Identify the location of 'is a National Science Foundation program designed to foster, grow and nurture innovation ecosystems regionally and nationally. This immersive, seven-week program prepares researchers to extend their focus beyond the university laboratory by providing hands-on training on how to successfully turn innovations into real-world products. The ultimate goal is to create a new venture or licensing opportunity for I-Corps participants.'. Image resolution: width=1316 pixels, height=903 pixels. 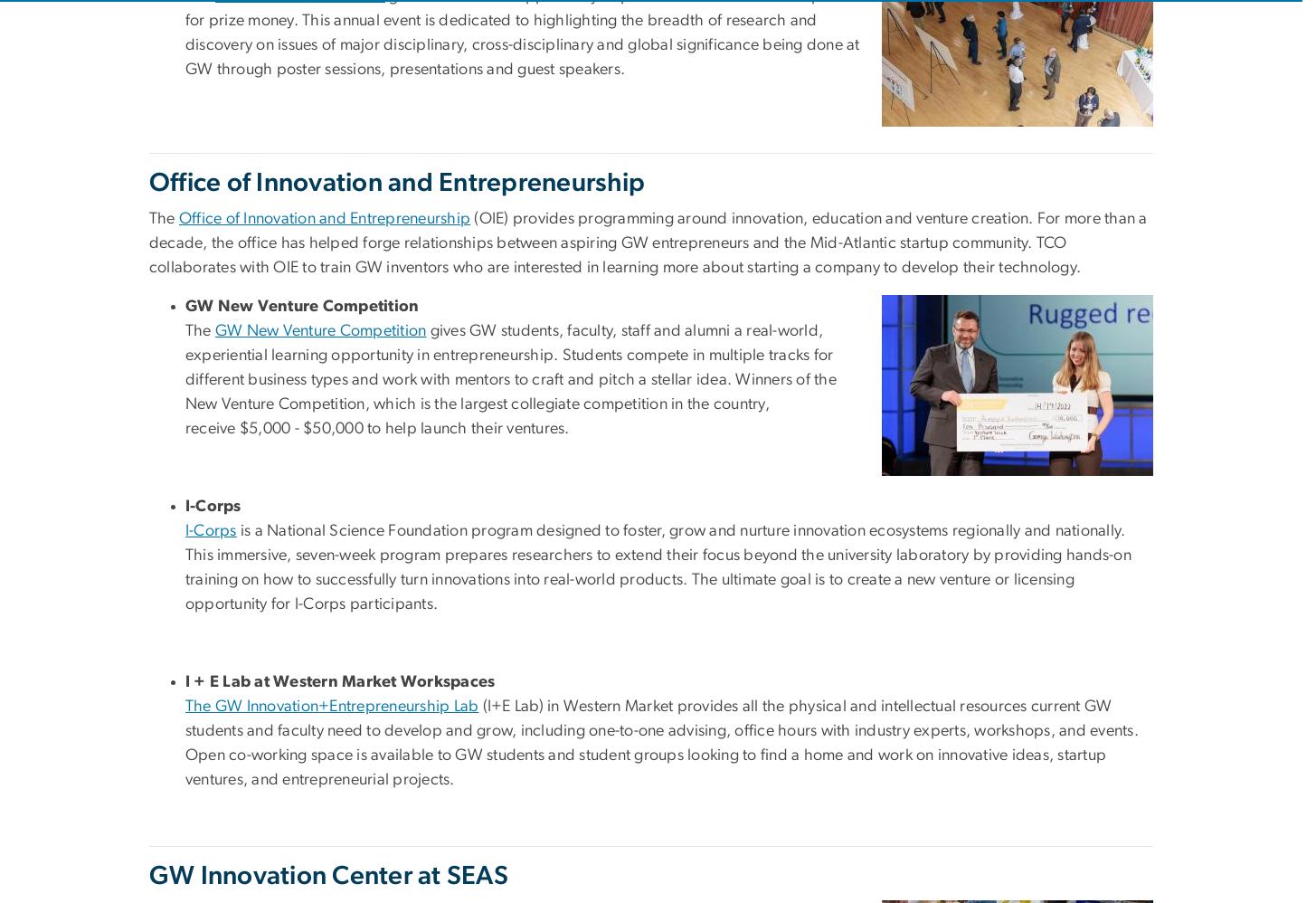
(658, 567).